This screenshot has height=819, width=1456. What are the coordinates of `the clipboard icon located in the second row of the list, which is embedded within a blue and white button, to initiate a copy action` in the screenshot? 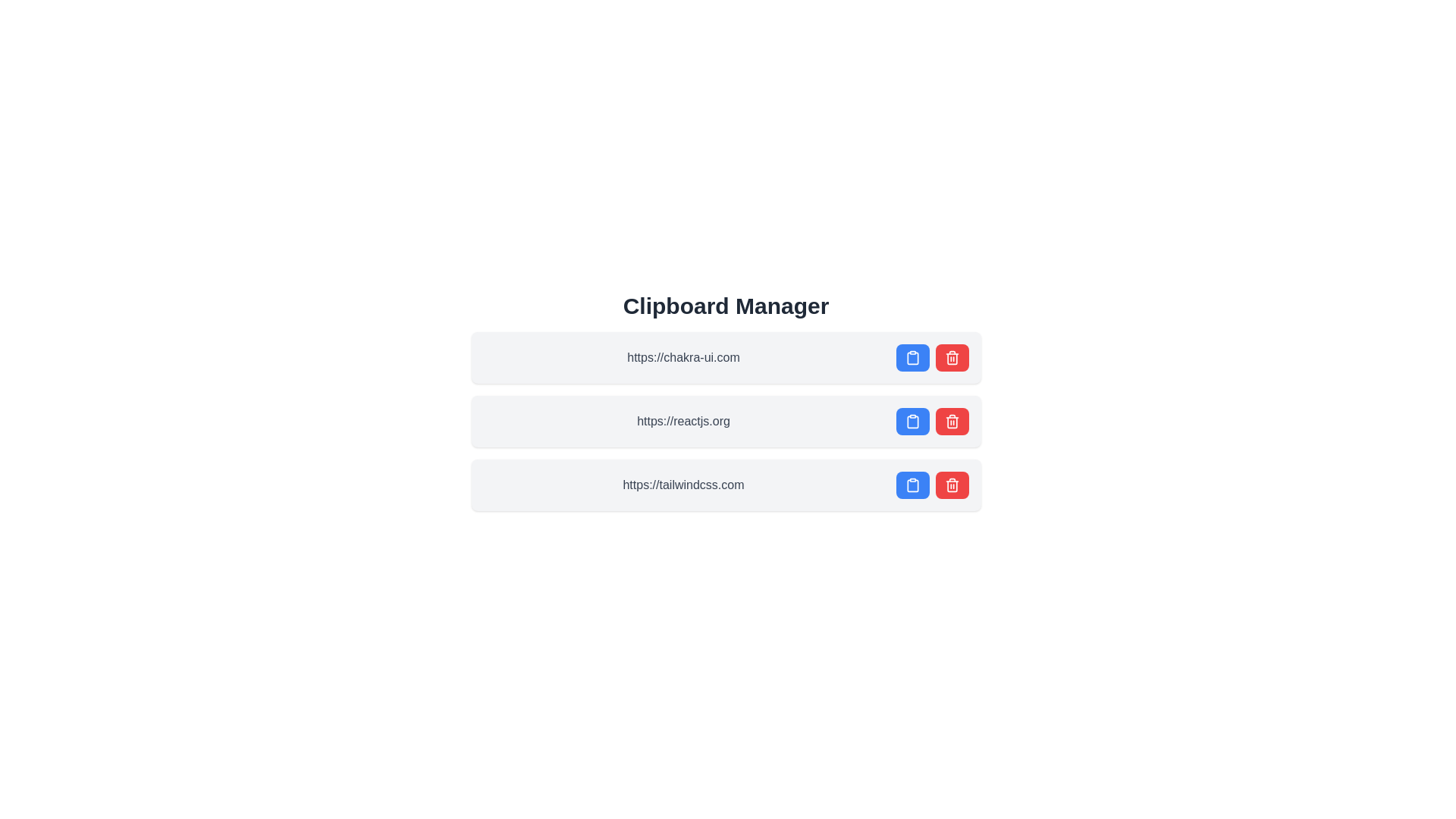 It's located at (912, 421).